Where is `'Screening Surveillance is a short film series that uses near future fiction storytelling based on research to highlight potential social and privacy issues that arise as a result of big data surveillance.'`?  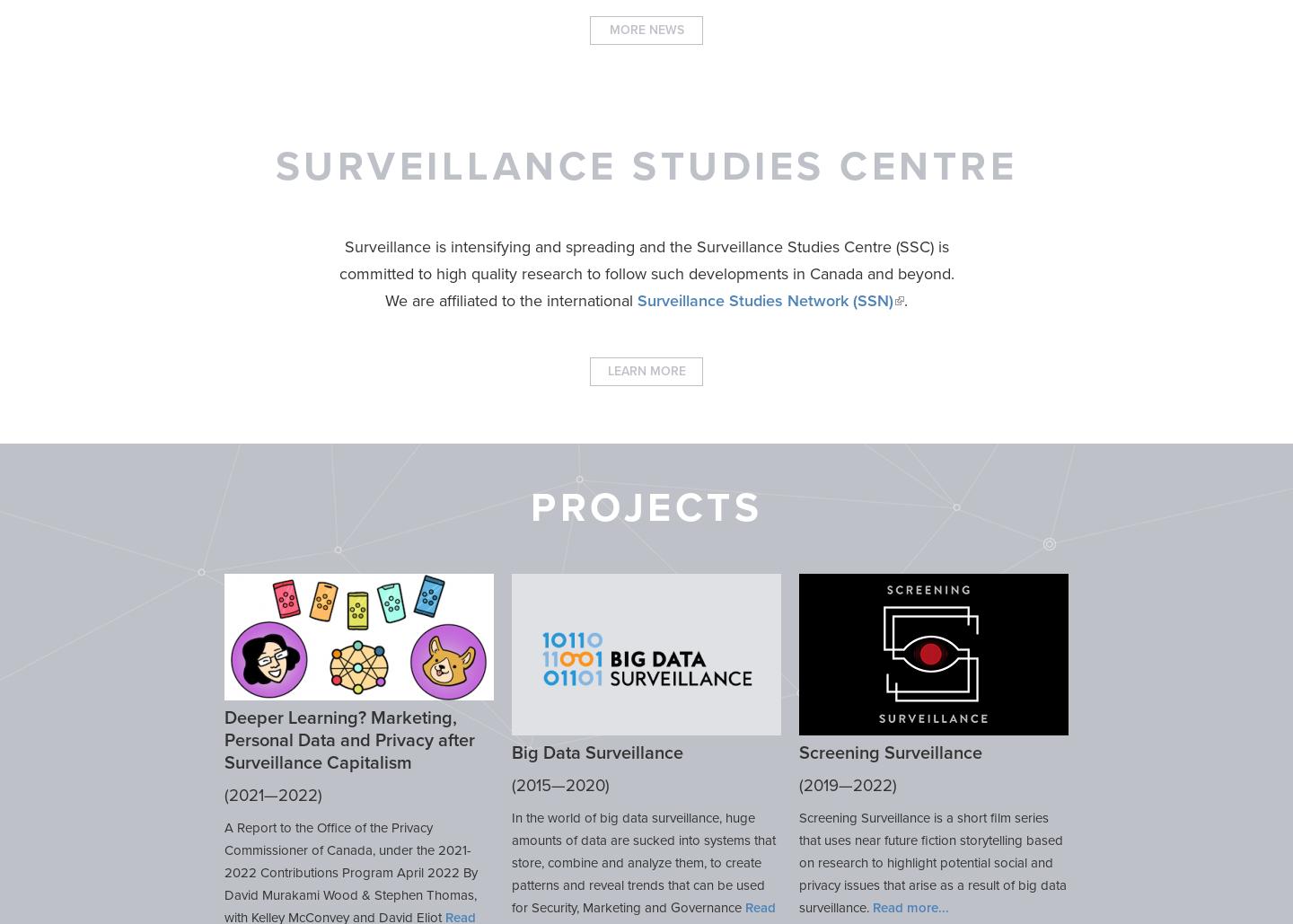
'Screening Surveillance is a short film series that uses near future fiction storytelling based on research to highlight potential social and privacy issues that arise as a result of big data surveillance.' is located at coordinates (932, 861).